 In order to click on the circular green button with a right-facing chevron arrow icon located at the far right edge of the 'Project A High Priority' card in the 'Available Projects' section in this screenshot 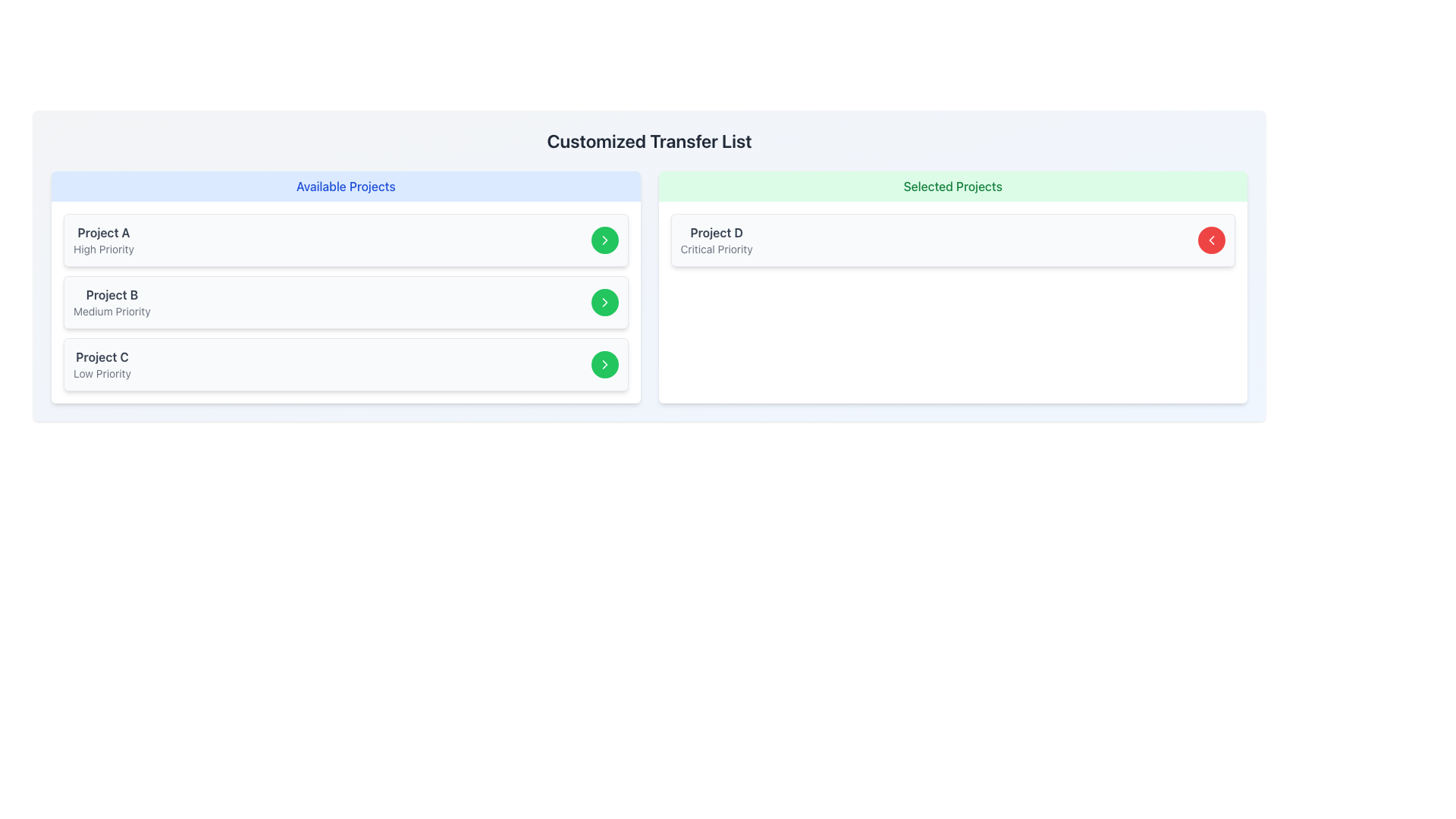, I will do `click(604, 239)`.